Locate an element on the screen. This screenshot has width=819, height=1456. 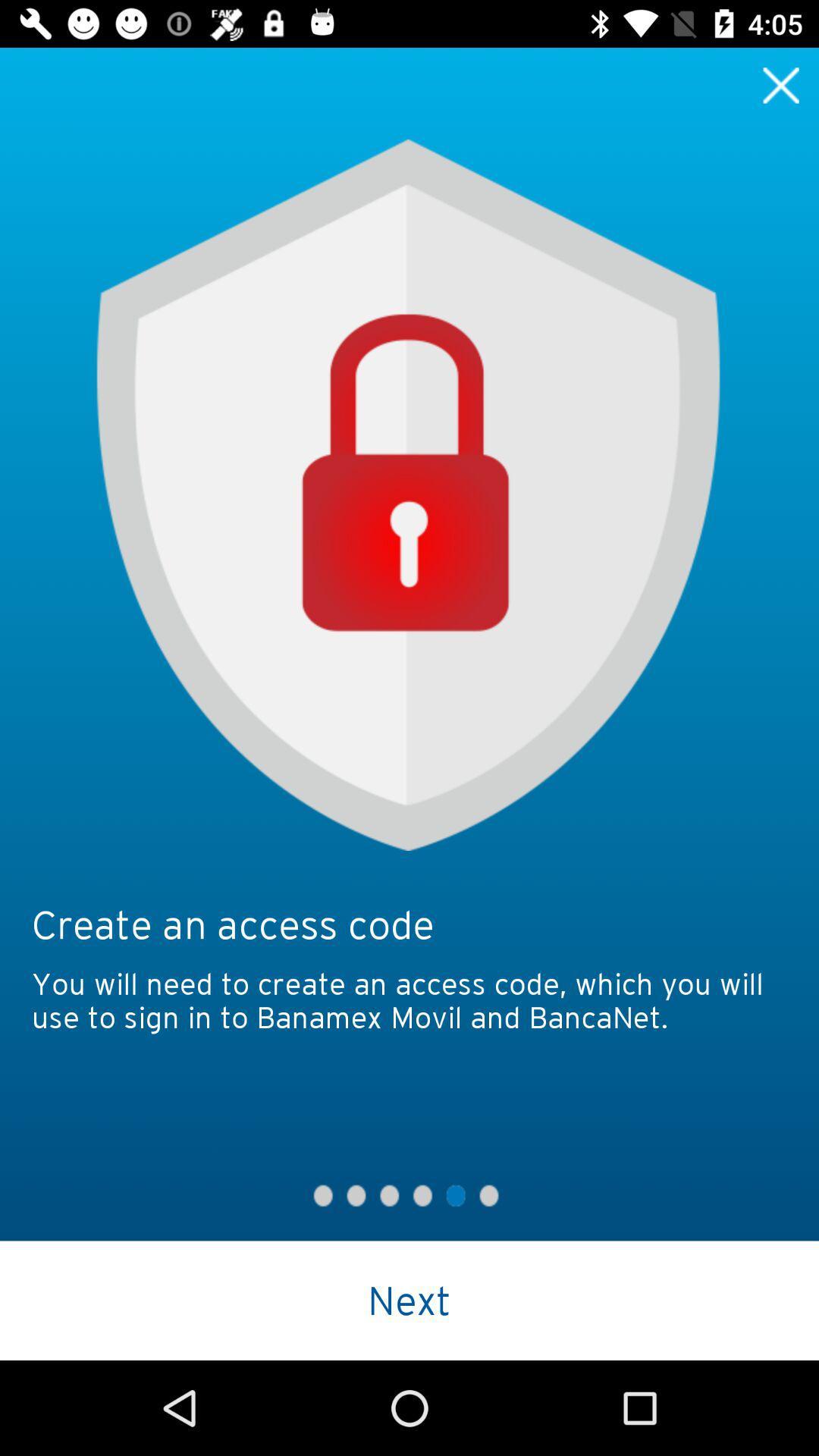
exit is located at coordinates (781, 84).